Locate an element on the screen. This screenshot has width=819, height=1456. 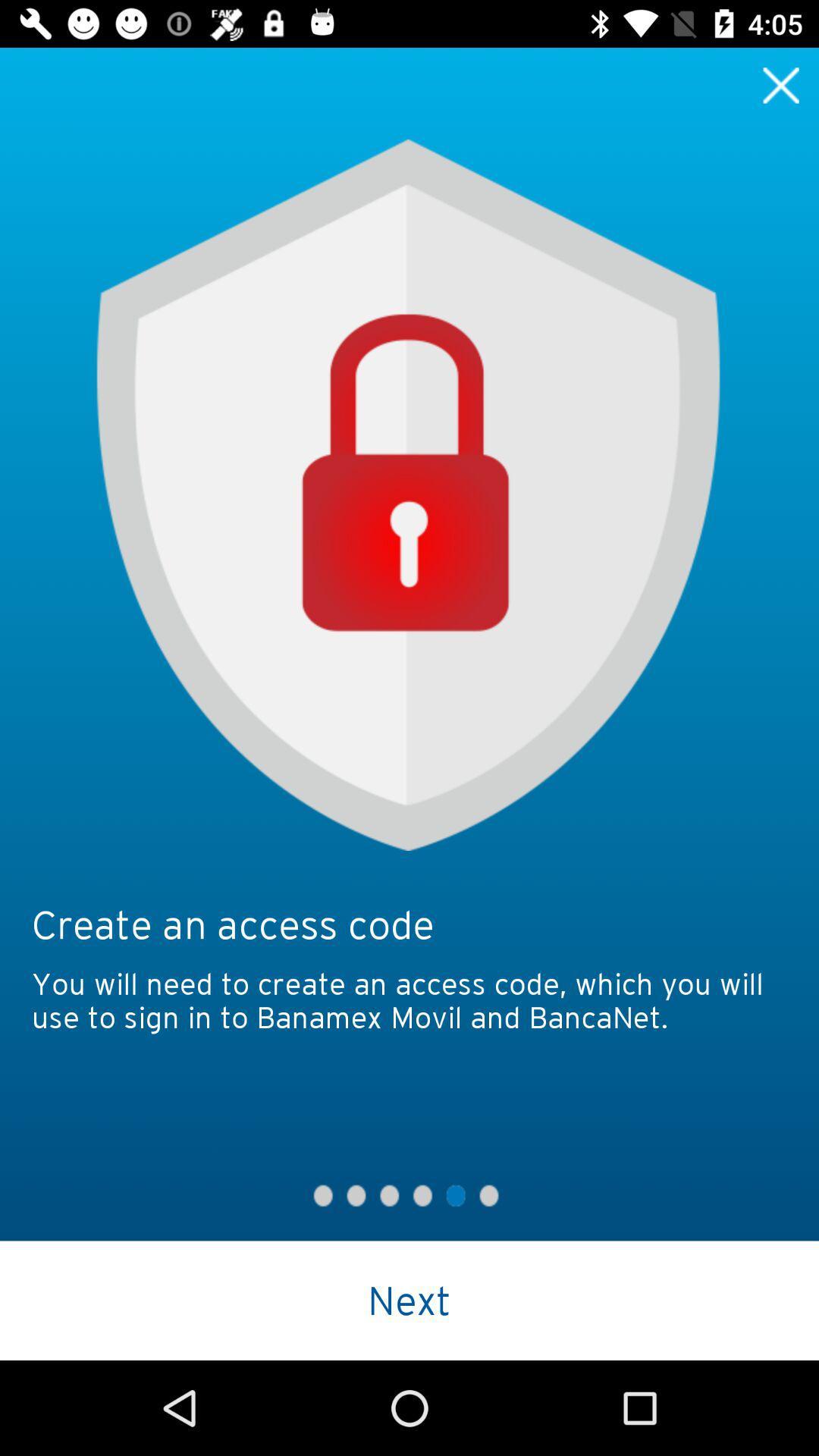
exit is located at coordinates (781, 84).